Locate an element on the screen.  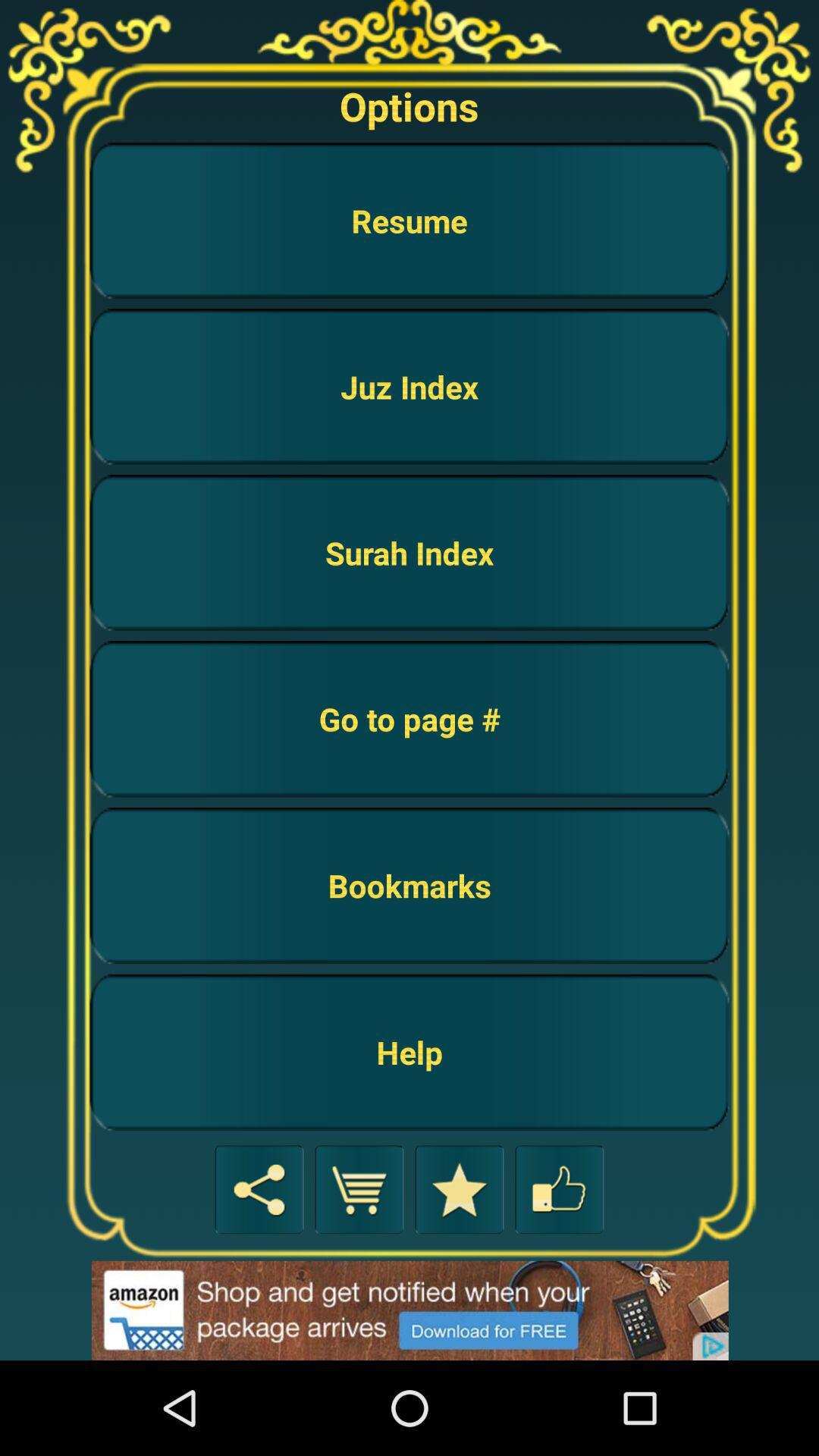
the share icon is located at coordinates (259, 1273).